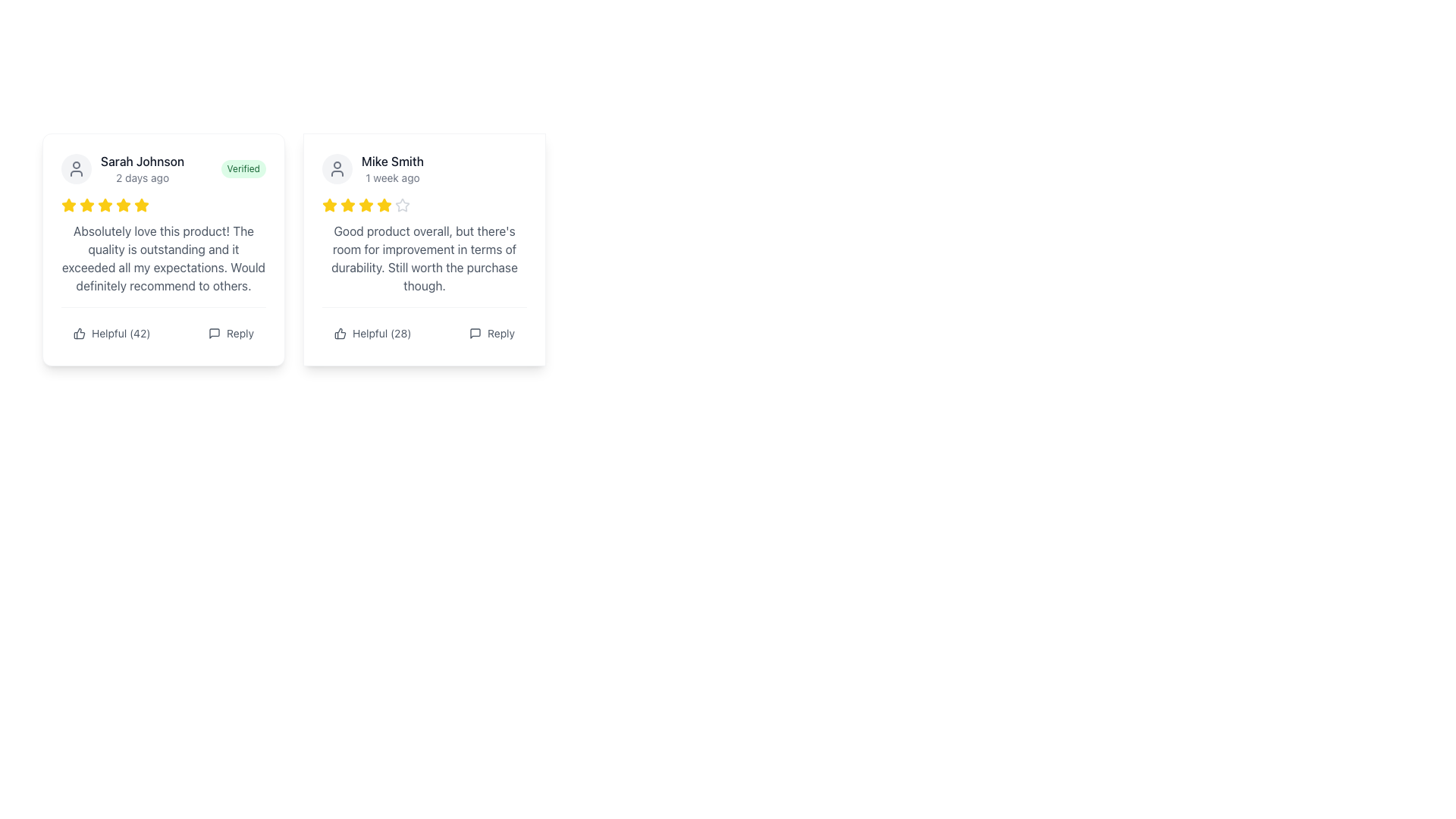  What do you see at coordinates (366, 205) in the screenshot?
I see `the fifth yellow star icon in the rating system for the review of 'Mike Smith'` at bounding box center [366, 205].